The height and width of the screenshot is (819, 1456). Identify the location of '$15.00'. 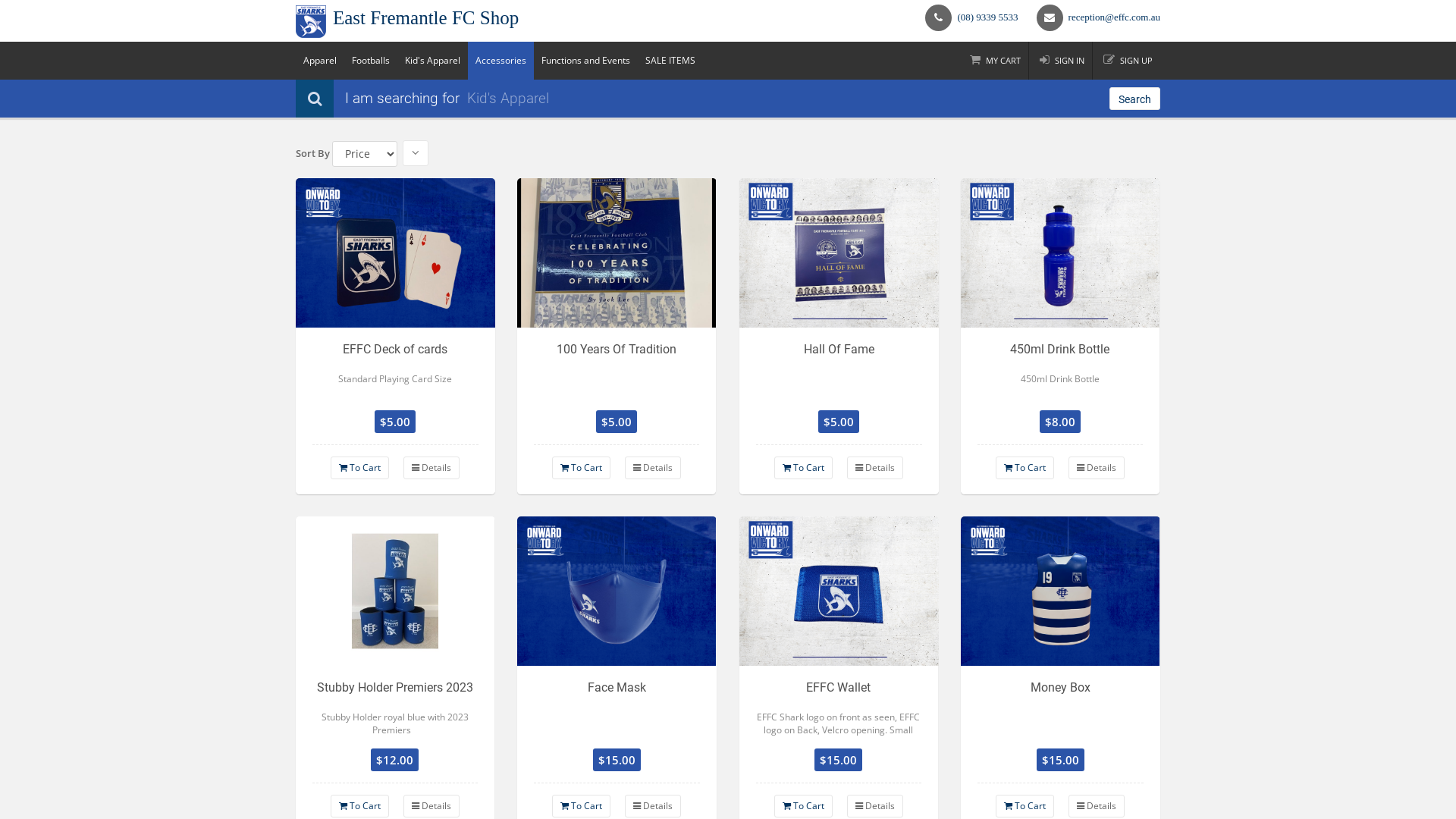
(617, 760).